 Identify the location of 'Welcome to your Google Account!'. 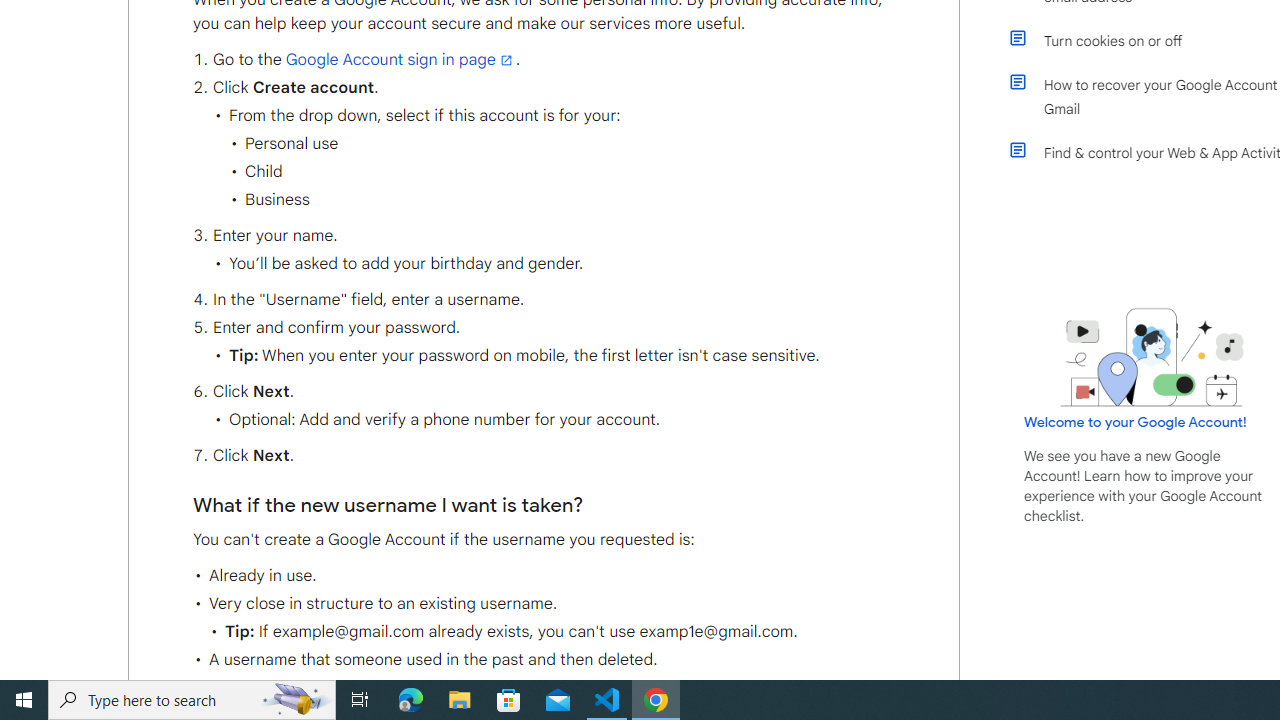
(1135, 421).